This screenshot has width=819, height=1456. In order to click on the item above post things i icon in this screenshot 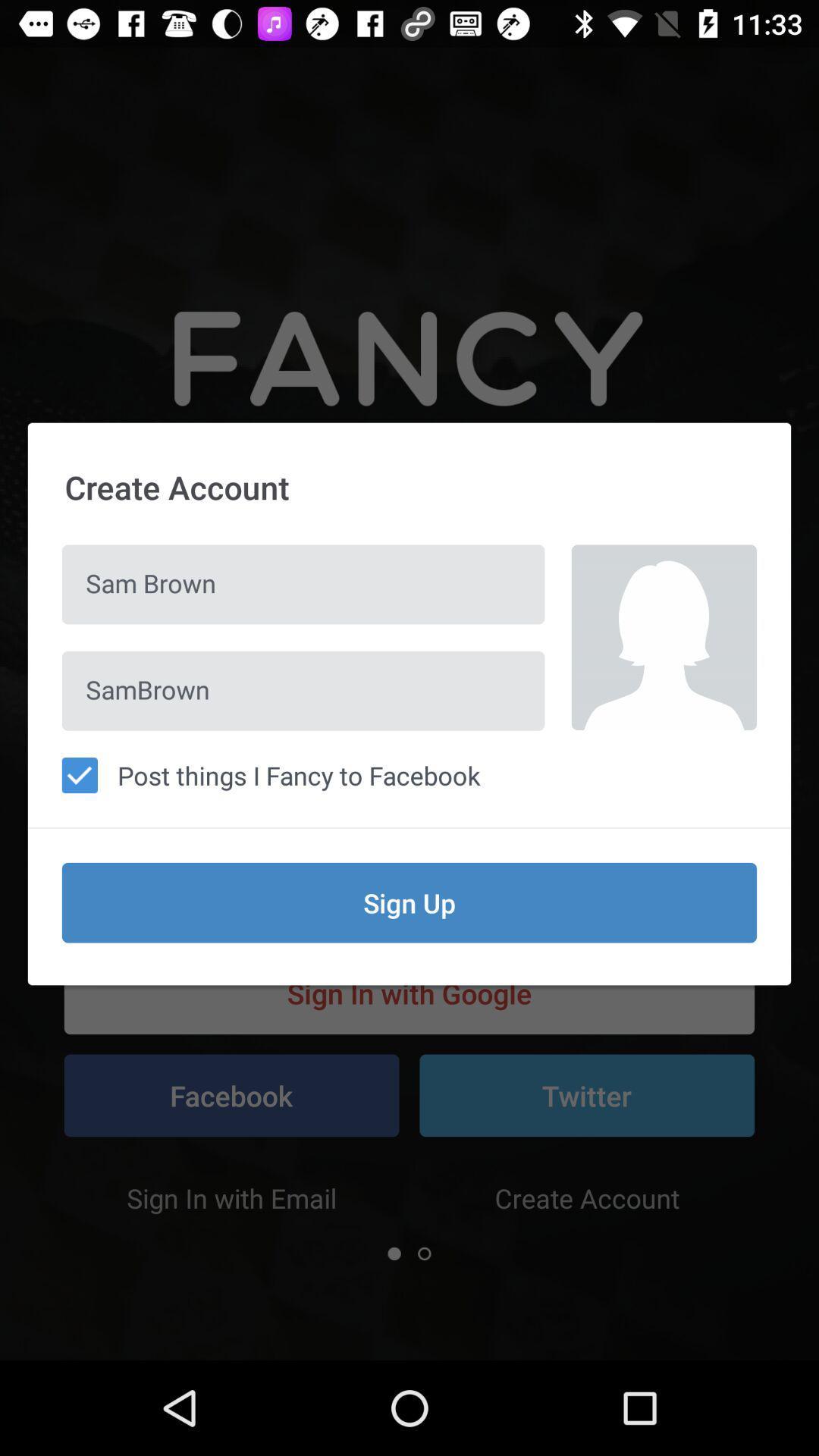, I will do `click(303, 690)`.